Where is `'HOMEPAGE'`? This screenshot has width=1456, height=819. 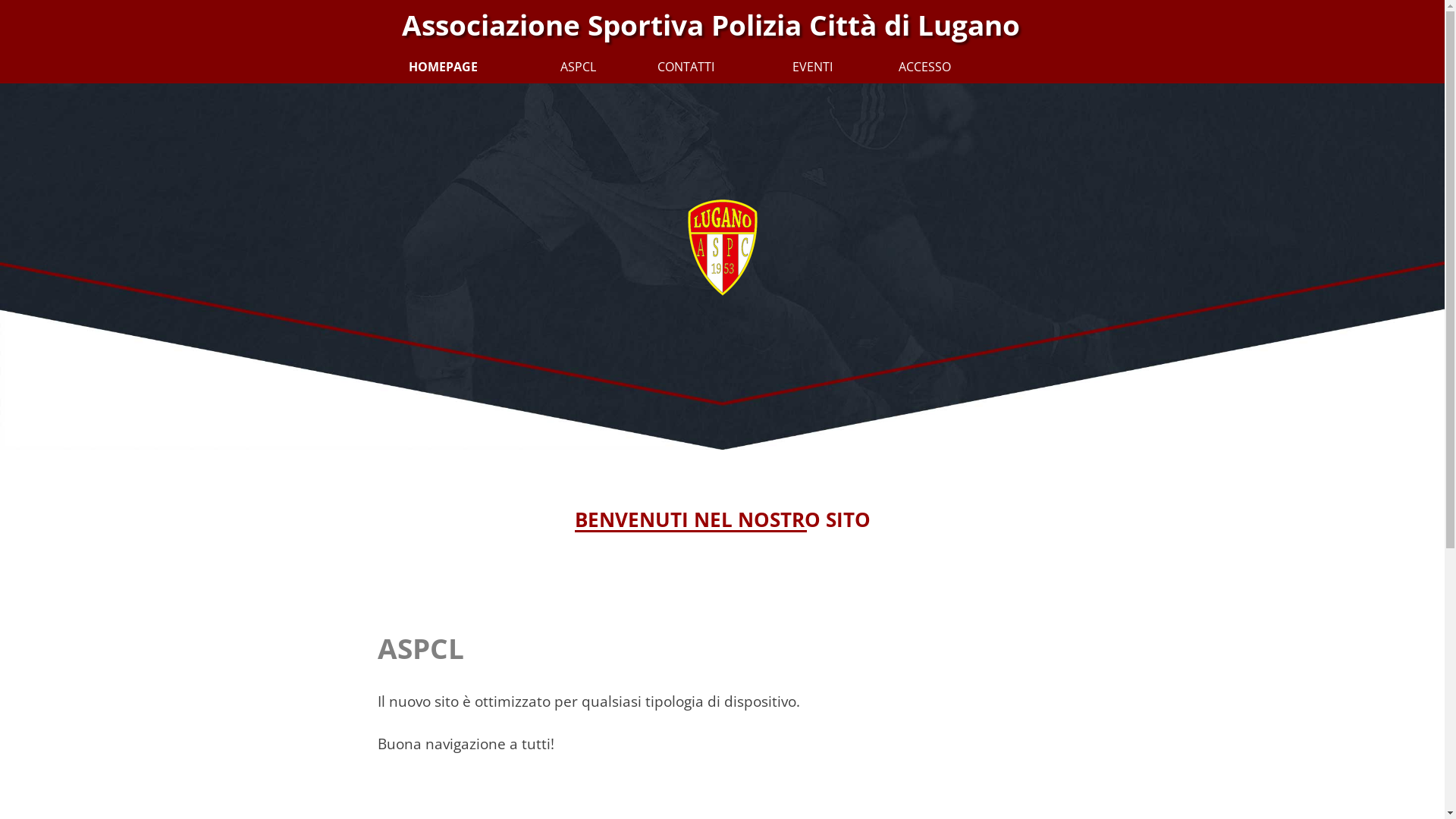 'HOMEPAGE' is located at coordinates (422, 65).